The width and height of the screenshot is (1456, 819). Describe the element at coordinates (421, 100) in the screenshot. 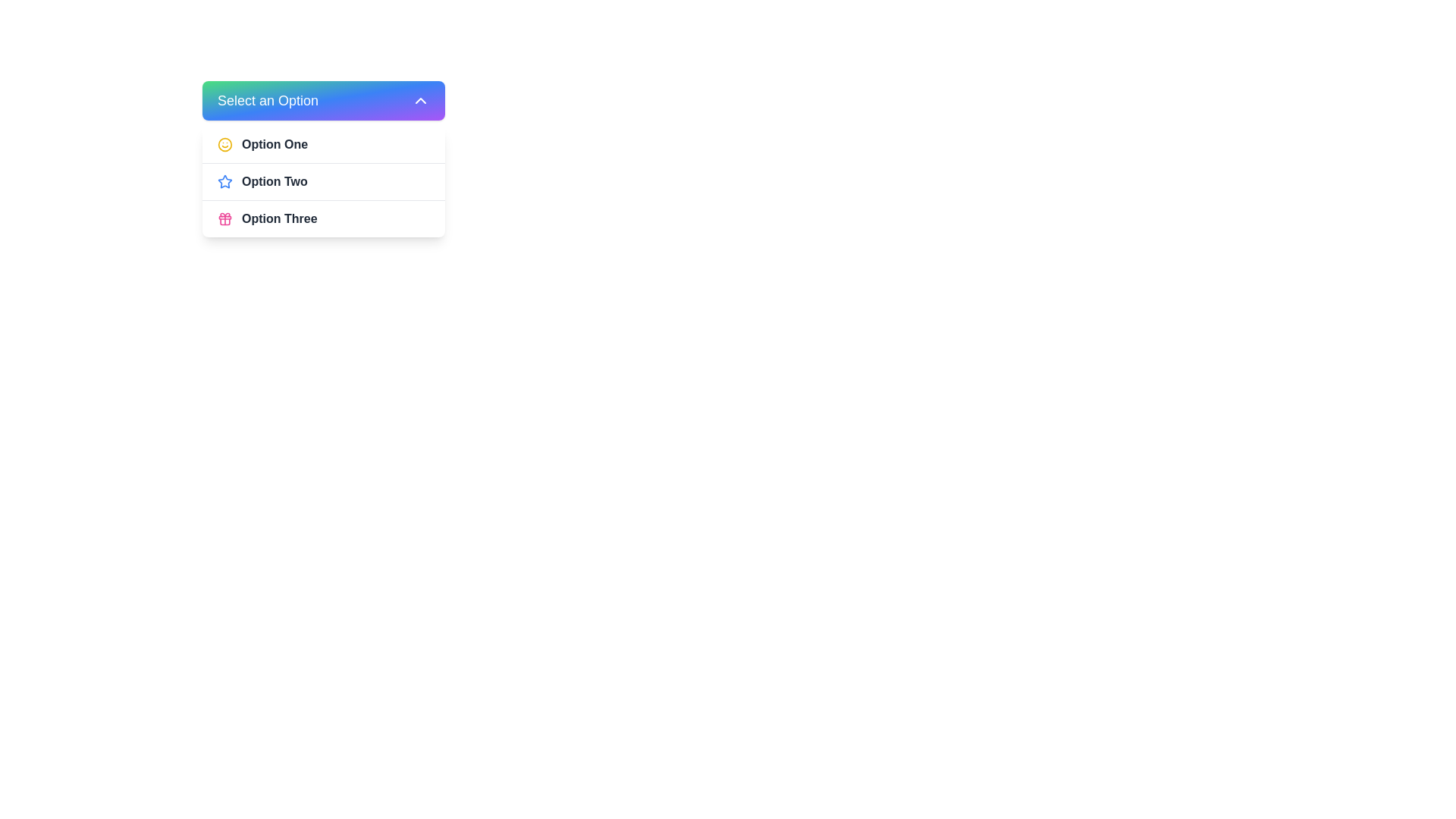

I see `the chevron-shaped upward arrow icon located in the top-right corner of the 'Select an Option' button` at that location.